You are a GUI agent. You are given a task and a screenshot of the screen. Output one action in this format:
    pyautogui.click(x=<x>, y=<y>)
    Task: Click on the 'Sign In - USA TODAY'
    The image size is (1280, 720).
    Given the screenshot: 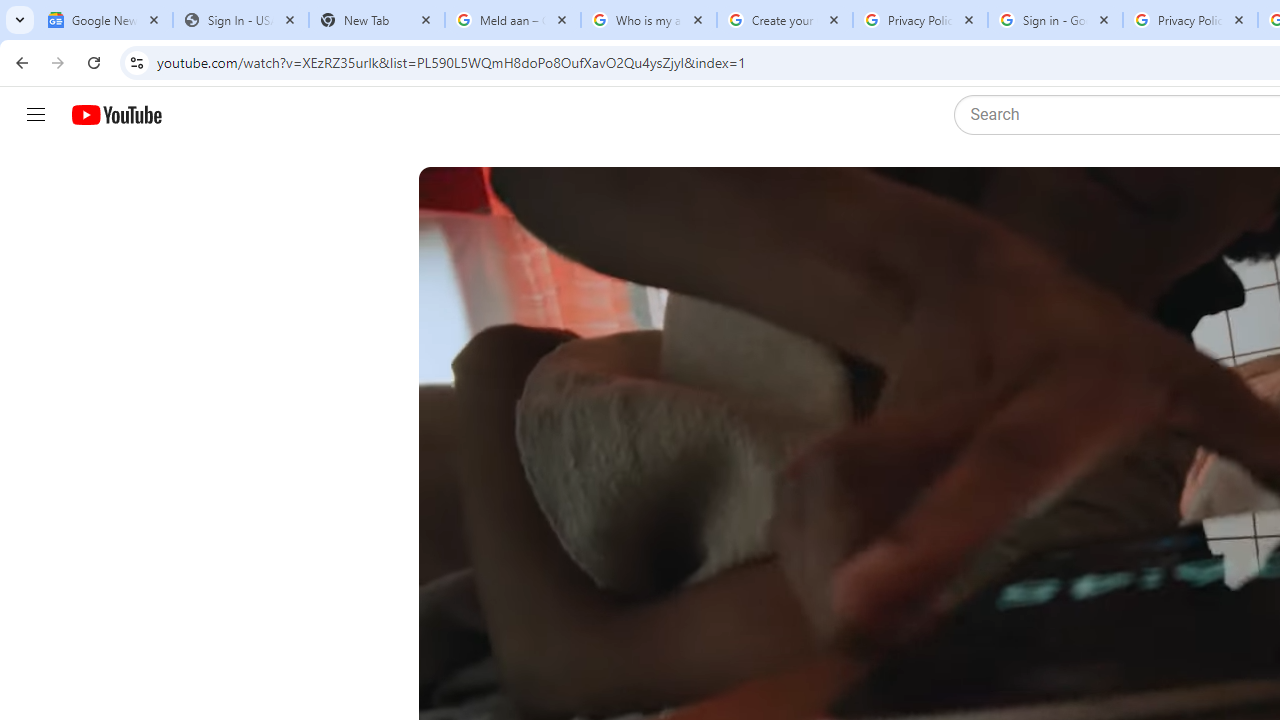 What is the action you would take?
    pyautogui.click(x=240, y=20)
    